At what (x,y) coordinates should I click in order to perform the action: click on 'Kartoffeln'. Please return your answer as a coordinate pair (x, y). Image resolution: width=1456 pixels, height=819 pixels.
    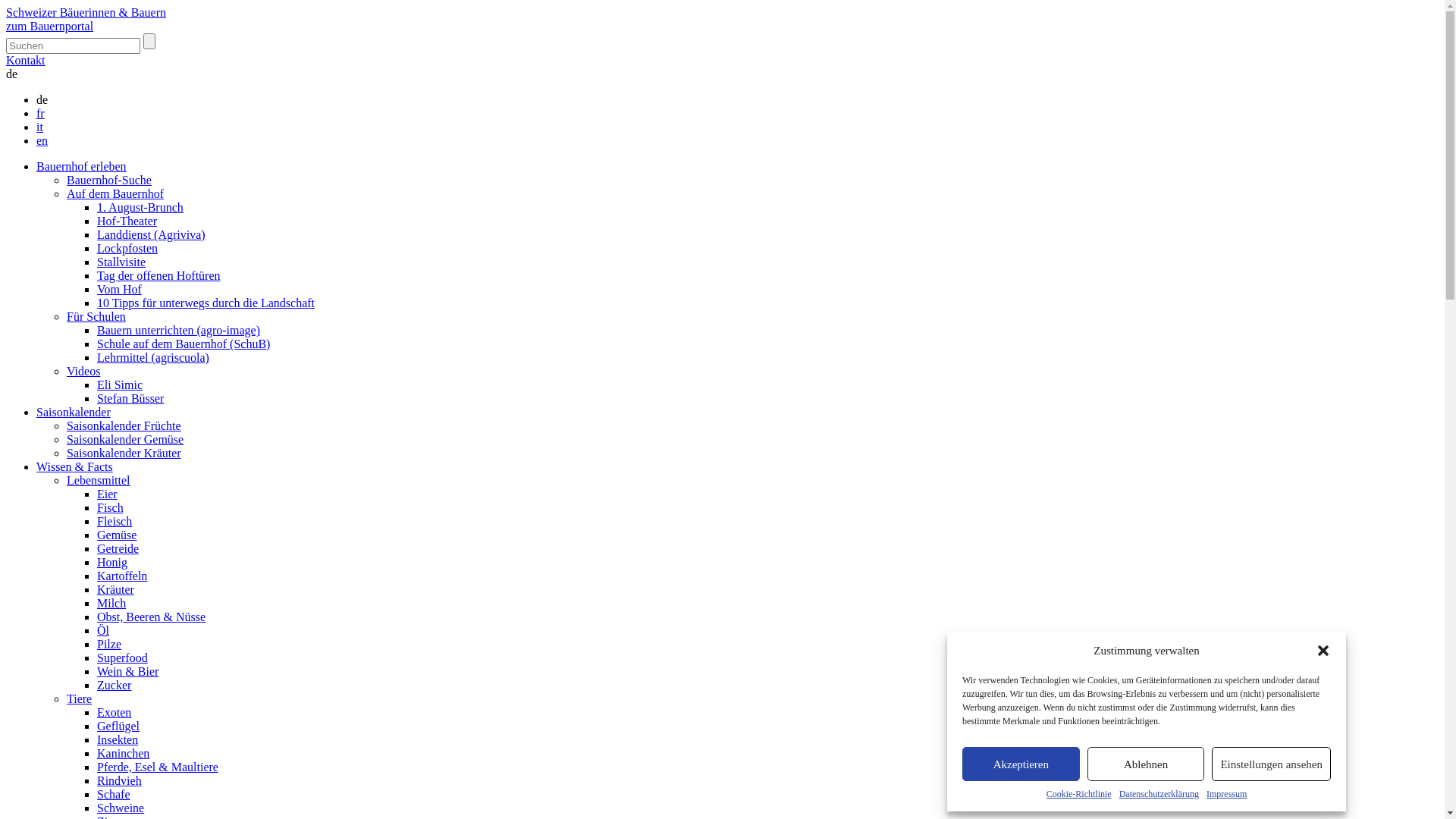
    Looking at the image, I should click on (122, 576).